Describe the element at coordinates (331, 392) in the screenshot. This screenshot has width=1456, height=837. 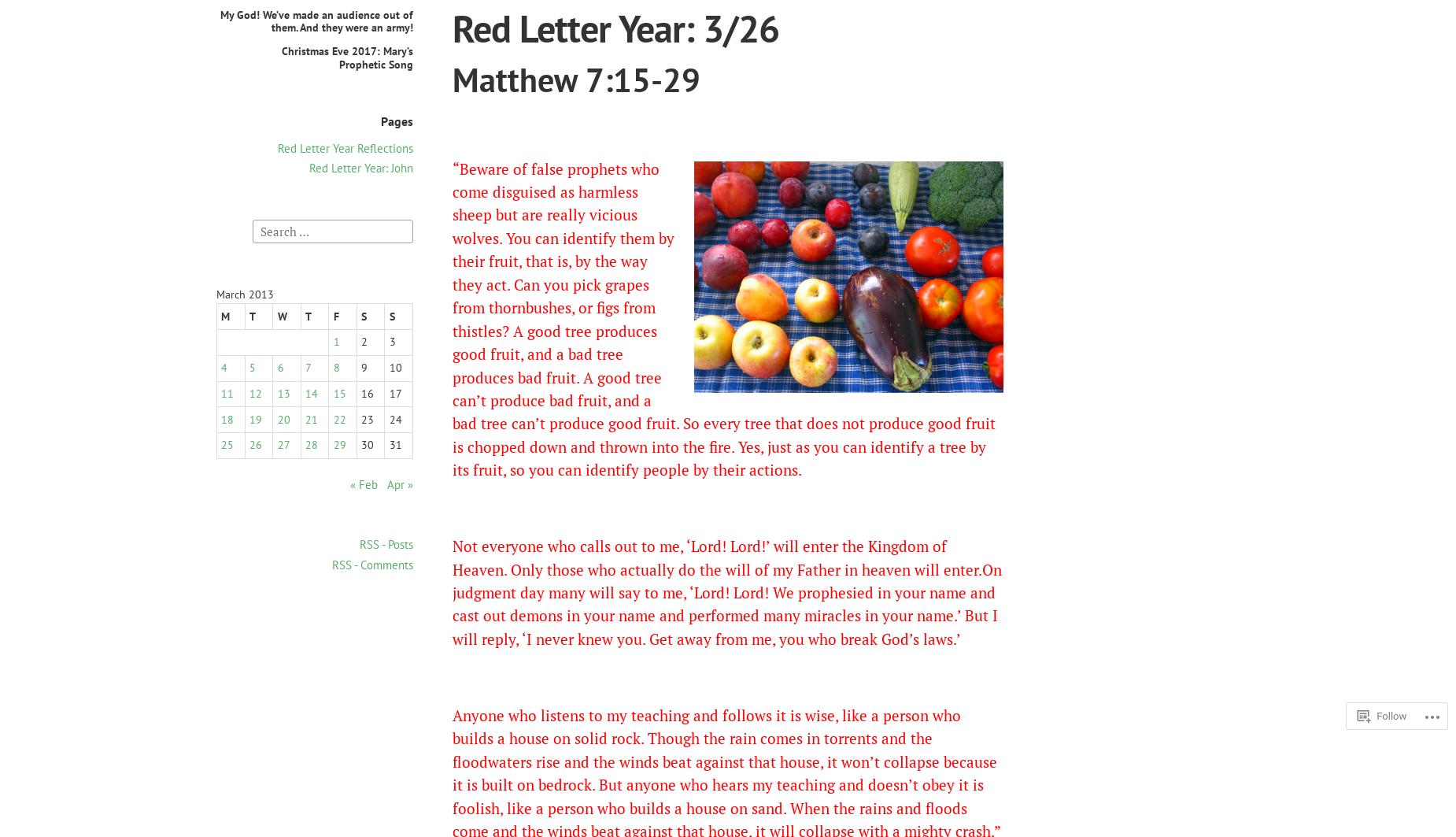
I see `'15'` at that location.